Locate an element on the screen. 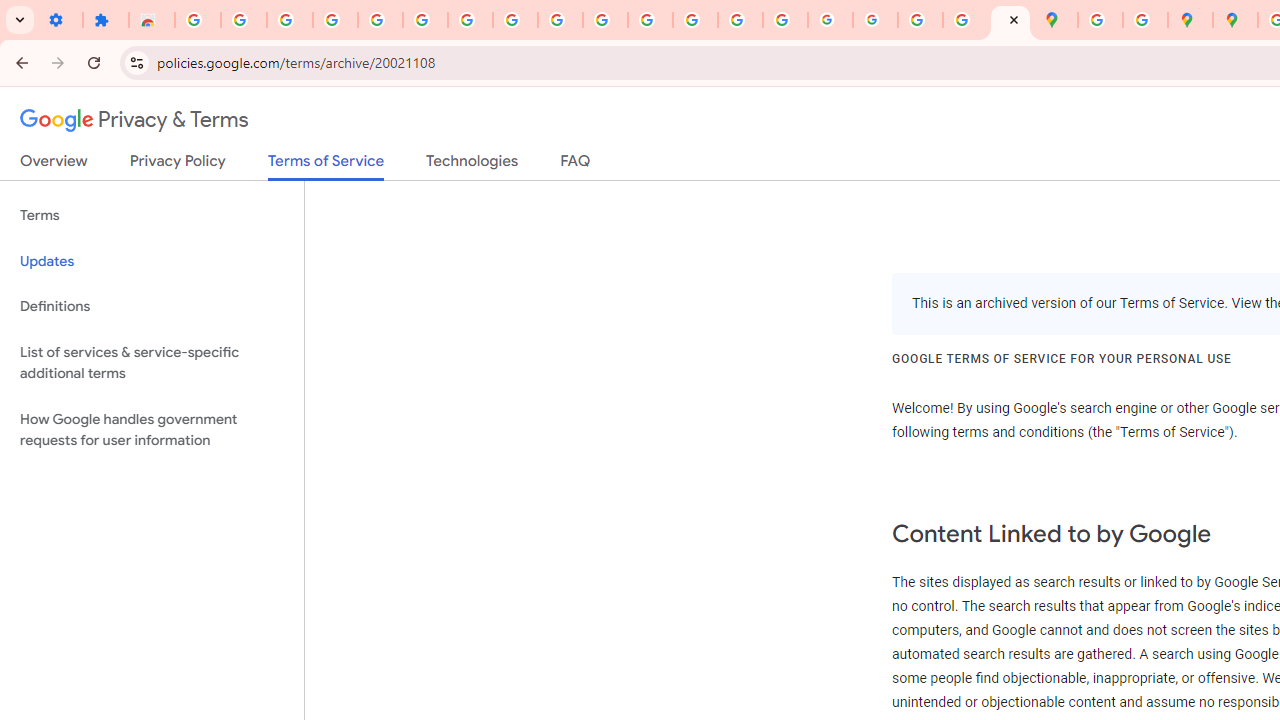 This screenshot has height=720, width=1280. 'Sign in - Google Accounts' is located at coordinates (424, 20).